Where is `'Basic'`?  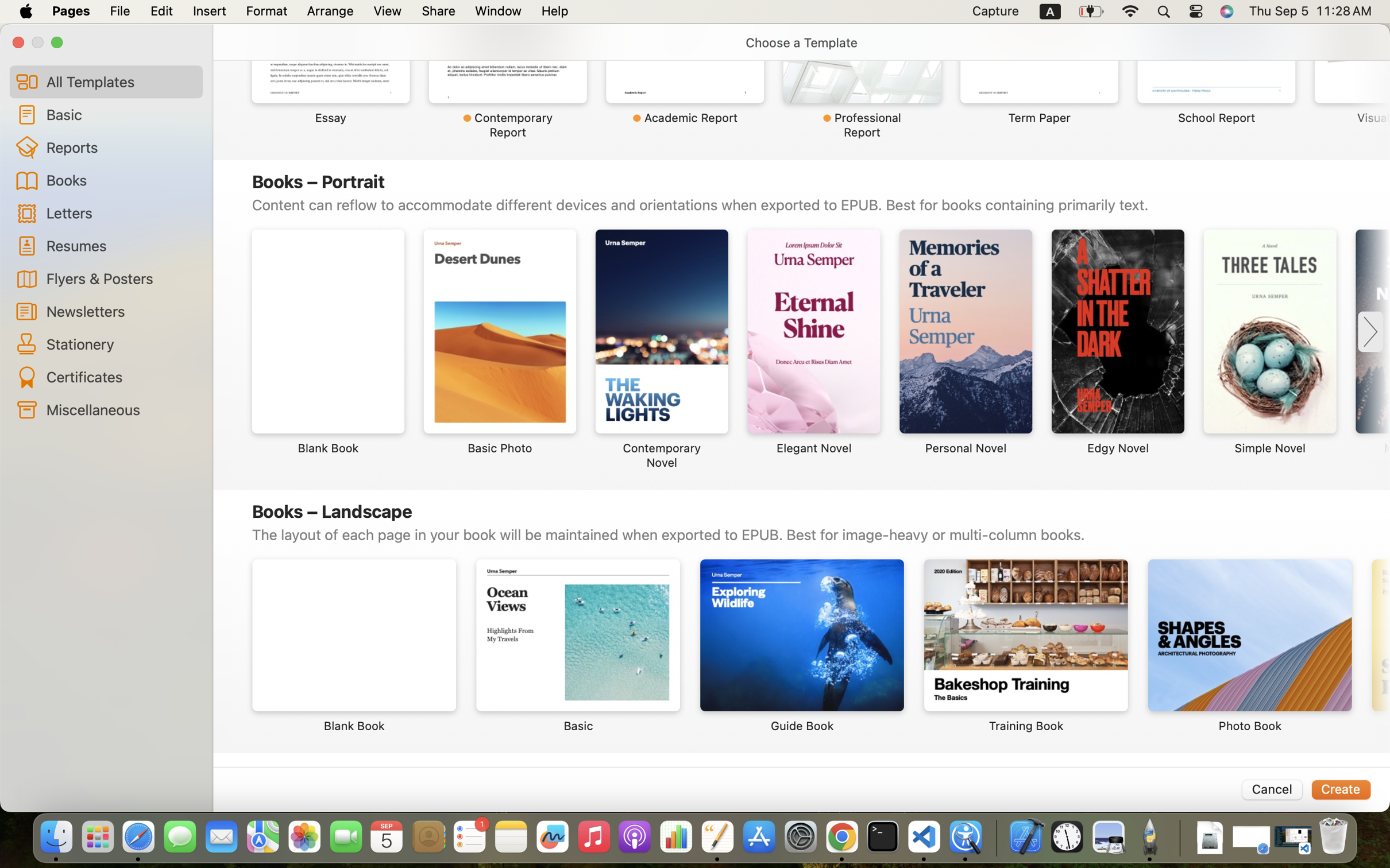 'Basic' is located at coordinates (119, 114).